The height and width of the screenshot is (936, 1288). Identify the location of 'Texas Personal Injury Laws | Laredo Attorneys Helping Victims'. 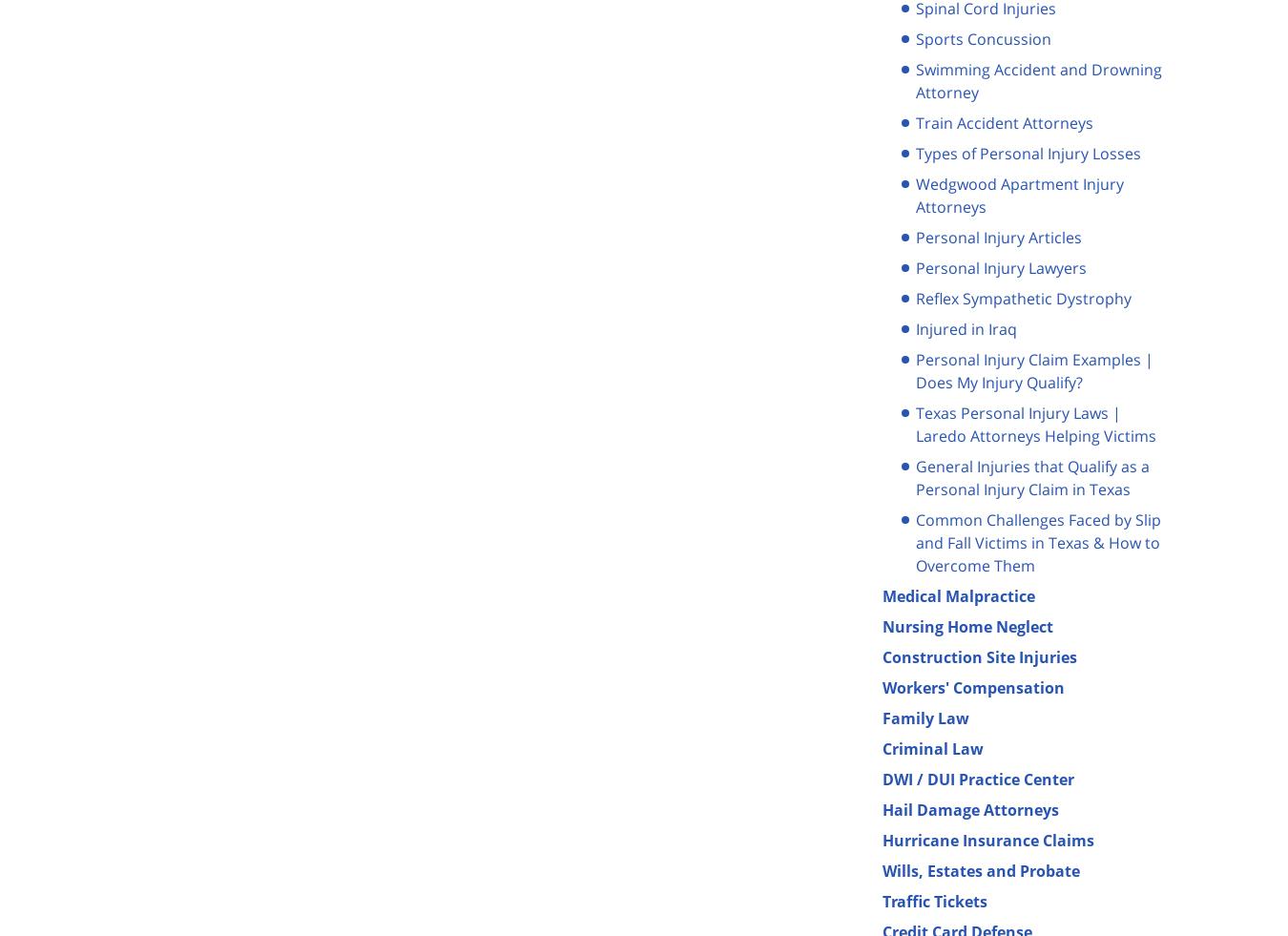
(1035, 423).